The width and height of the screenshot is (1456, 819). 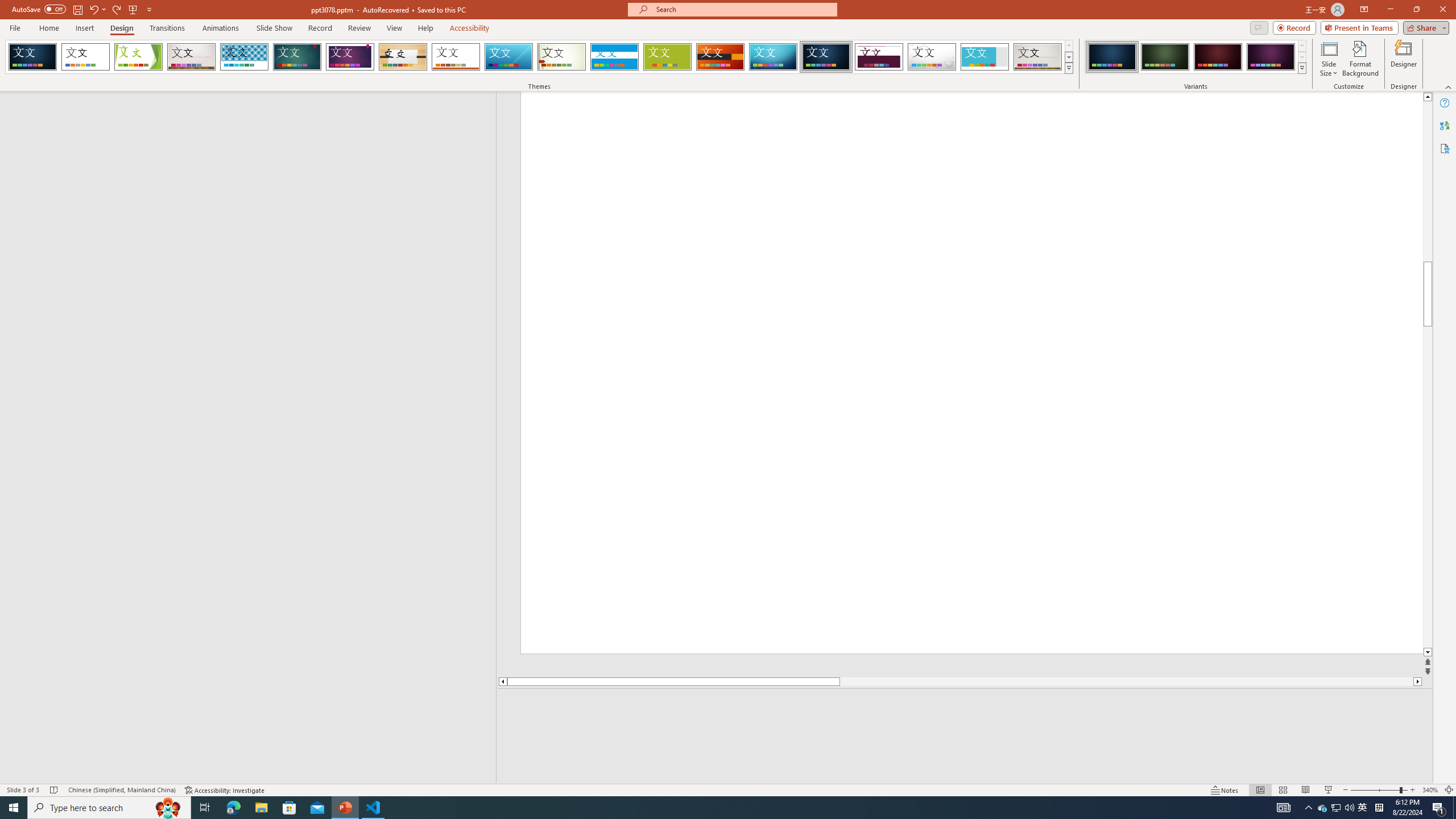 What do you see at coordinates (879, 56) in the screenshot?
I see `'Dividend'` at bounding box center [879, 56].